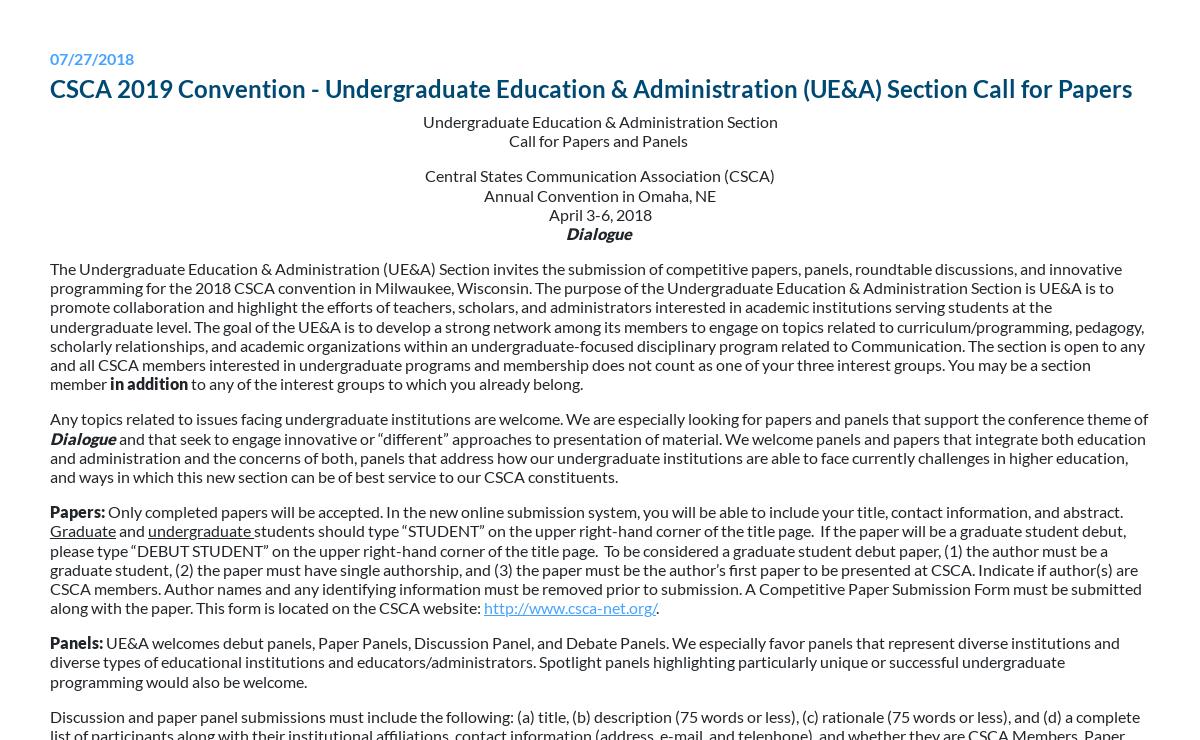 This screenshot has height=740, width=1200. Describe the element at coordinates (590, 86) in the screenshot. I see `'CSCA 2019 Convention - Undergraduate Education & Administration (UE&A) Section Call for Papers'` at that location.